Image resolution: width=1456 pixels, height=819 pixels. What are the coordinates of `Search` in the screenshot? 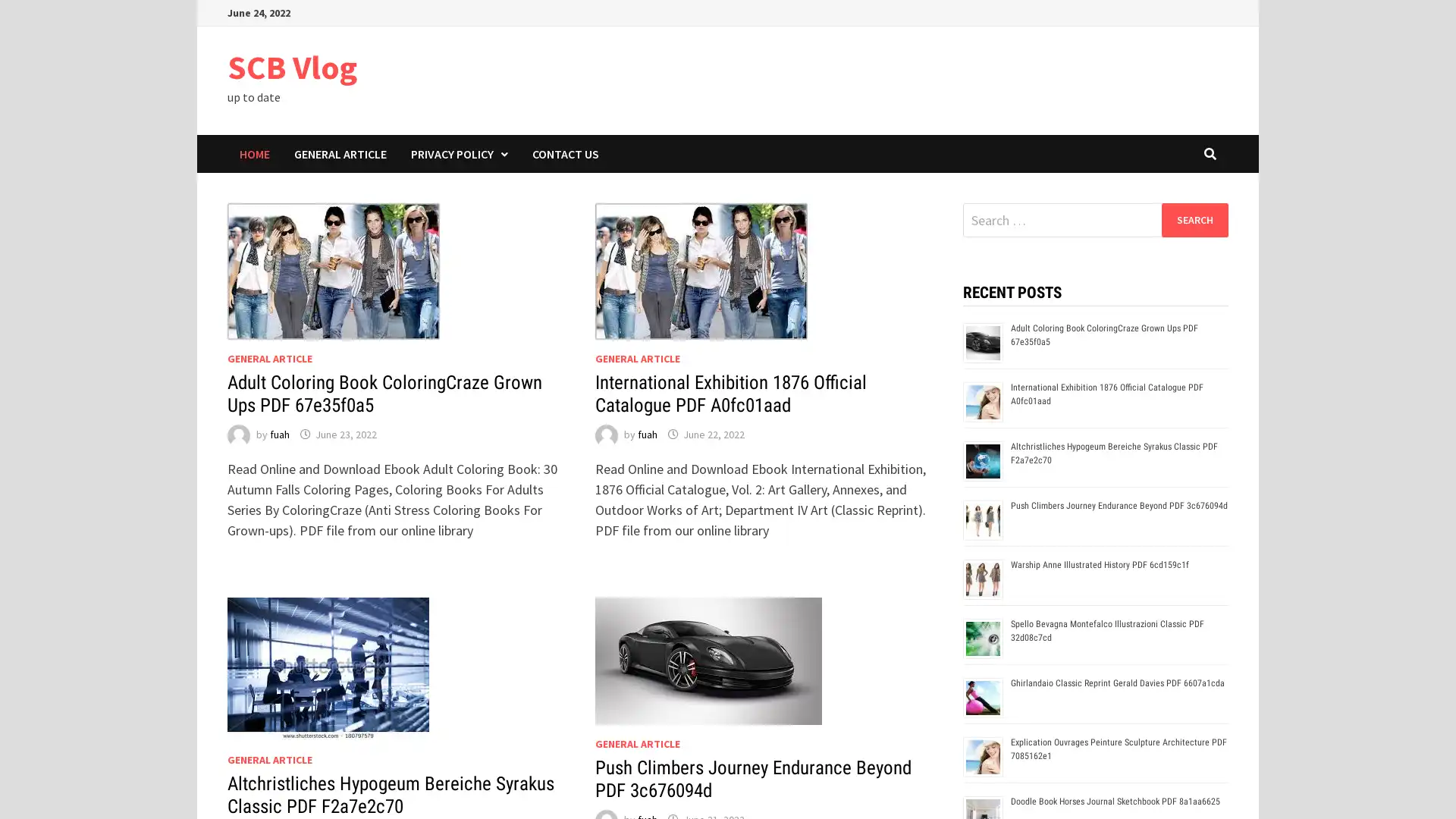 It's located at (1194, 219).